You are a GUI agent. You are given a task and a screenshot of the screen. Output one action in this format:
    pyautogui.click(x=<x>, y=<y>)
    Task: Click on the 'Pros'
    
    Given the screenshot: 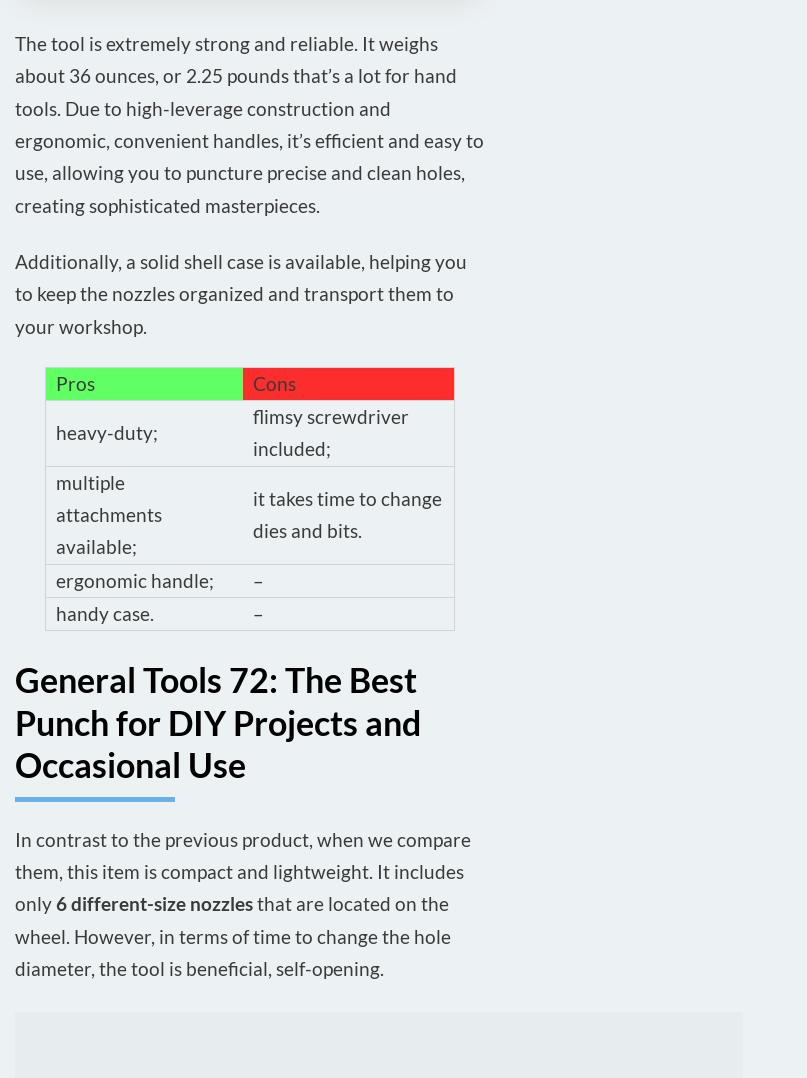 What is the action you would take?
    pyautogui.click(x=75, y=382)
    